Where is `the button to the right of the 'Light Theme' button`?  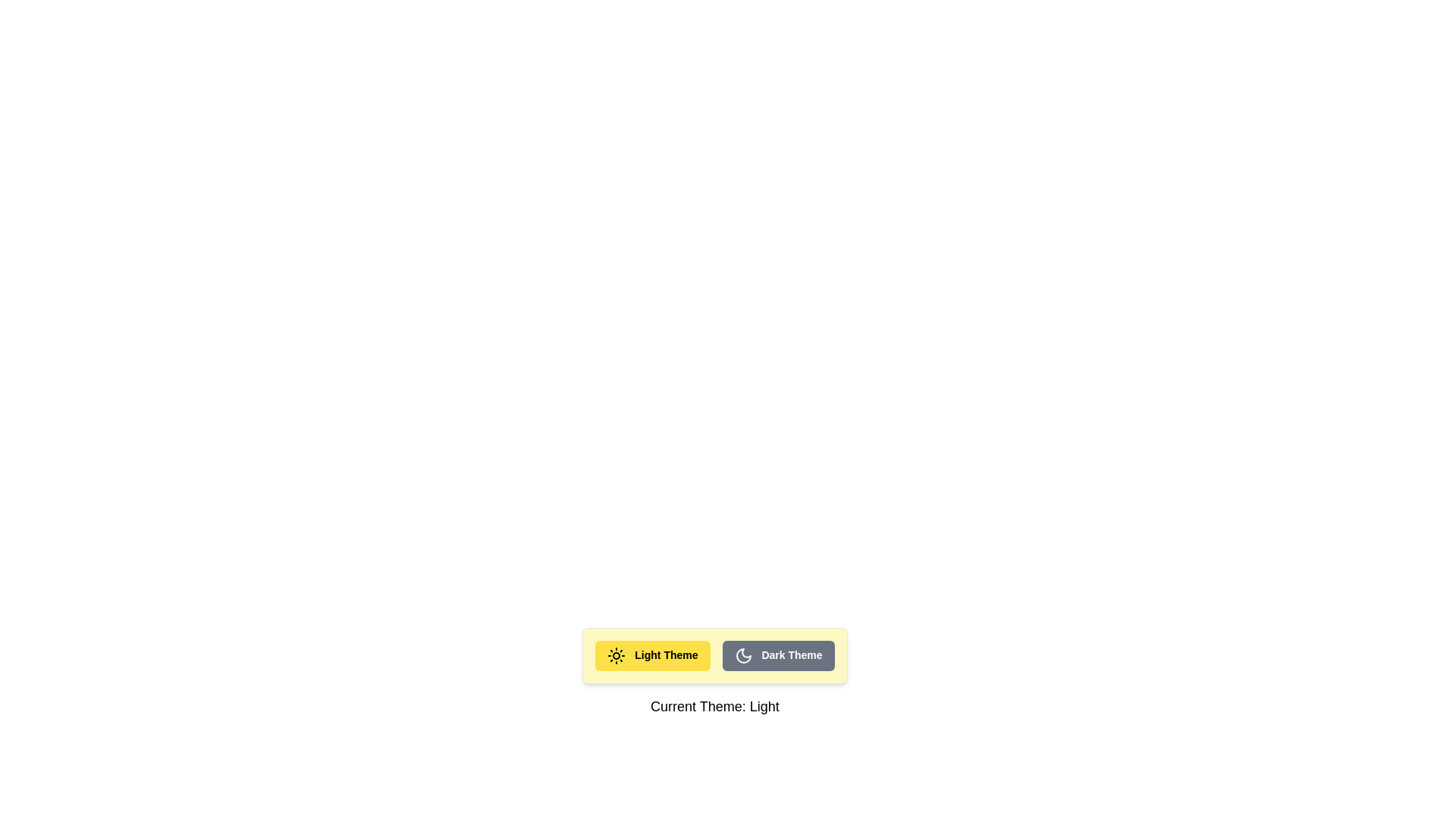
the button to the right of the 'Light Theme' button is located at coordinates (778, 654).